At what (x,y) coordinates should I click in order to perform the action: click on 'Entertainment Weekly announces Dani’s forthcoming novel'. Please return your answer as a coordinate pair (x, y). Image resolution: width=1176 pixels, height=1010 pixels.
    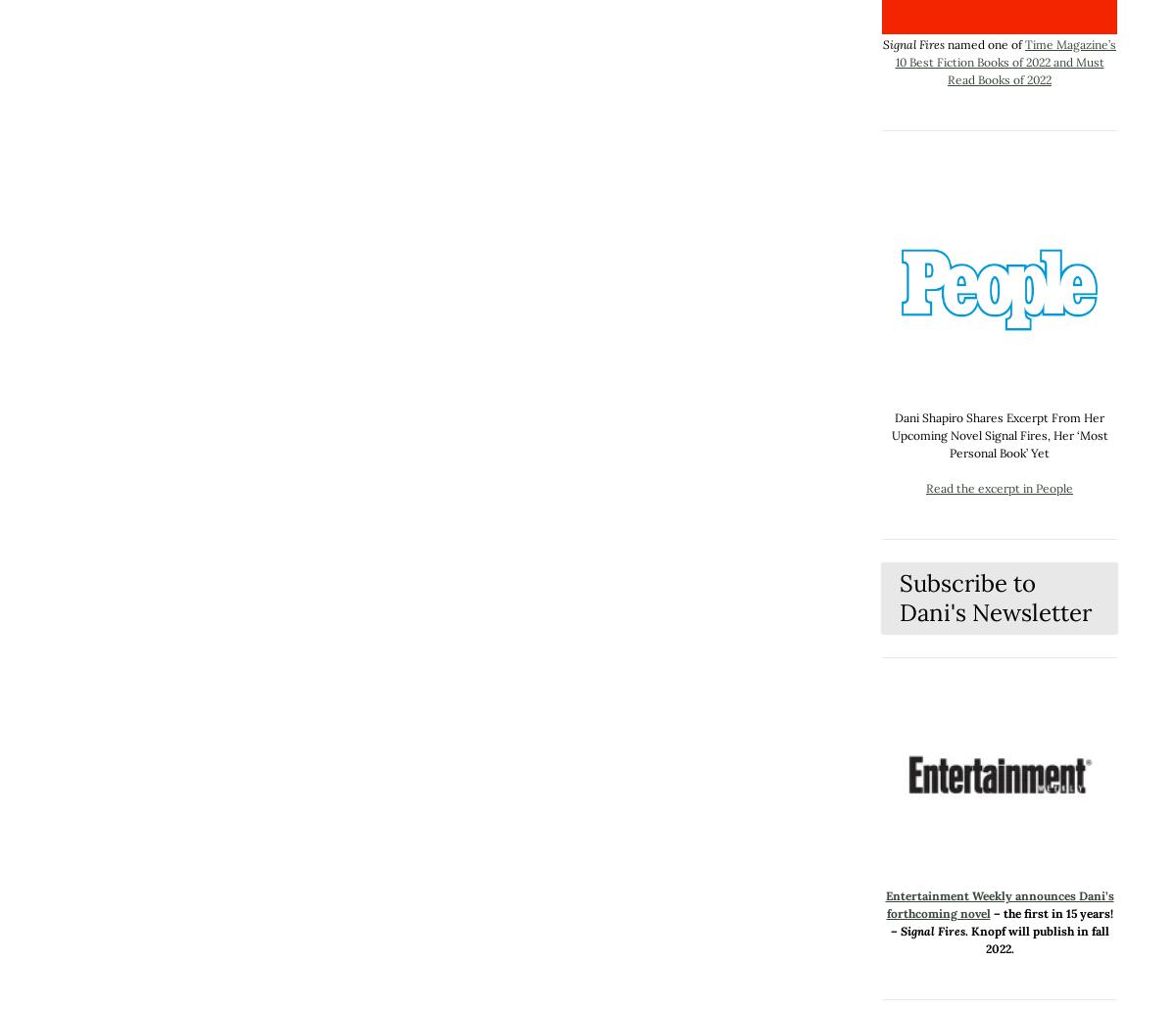
    Looking at the image, I should click on (999, 904).